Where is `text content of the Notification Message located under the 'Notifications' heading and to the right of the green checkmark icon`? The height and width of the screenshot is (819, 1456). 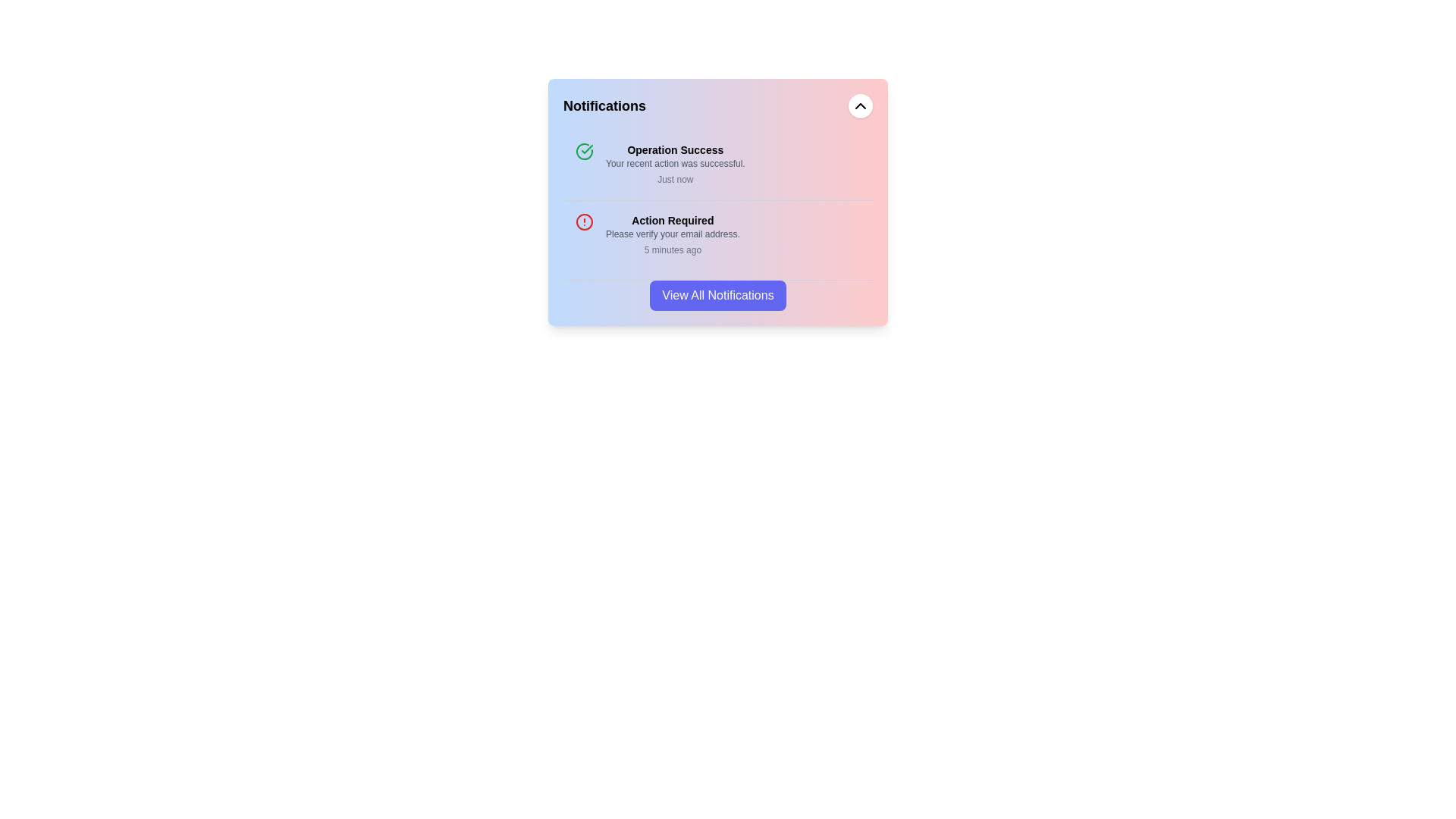
text content of the Notification Message located under the 'Notifications' heading and to the right of the green checkmark icon is located at coordinates (674, 165).